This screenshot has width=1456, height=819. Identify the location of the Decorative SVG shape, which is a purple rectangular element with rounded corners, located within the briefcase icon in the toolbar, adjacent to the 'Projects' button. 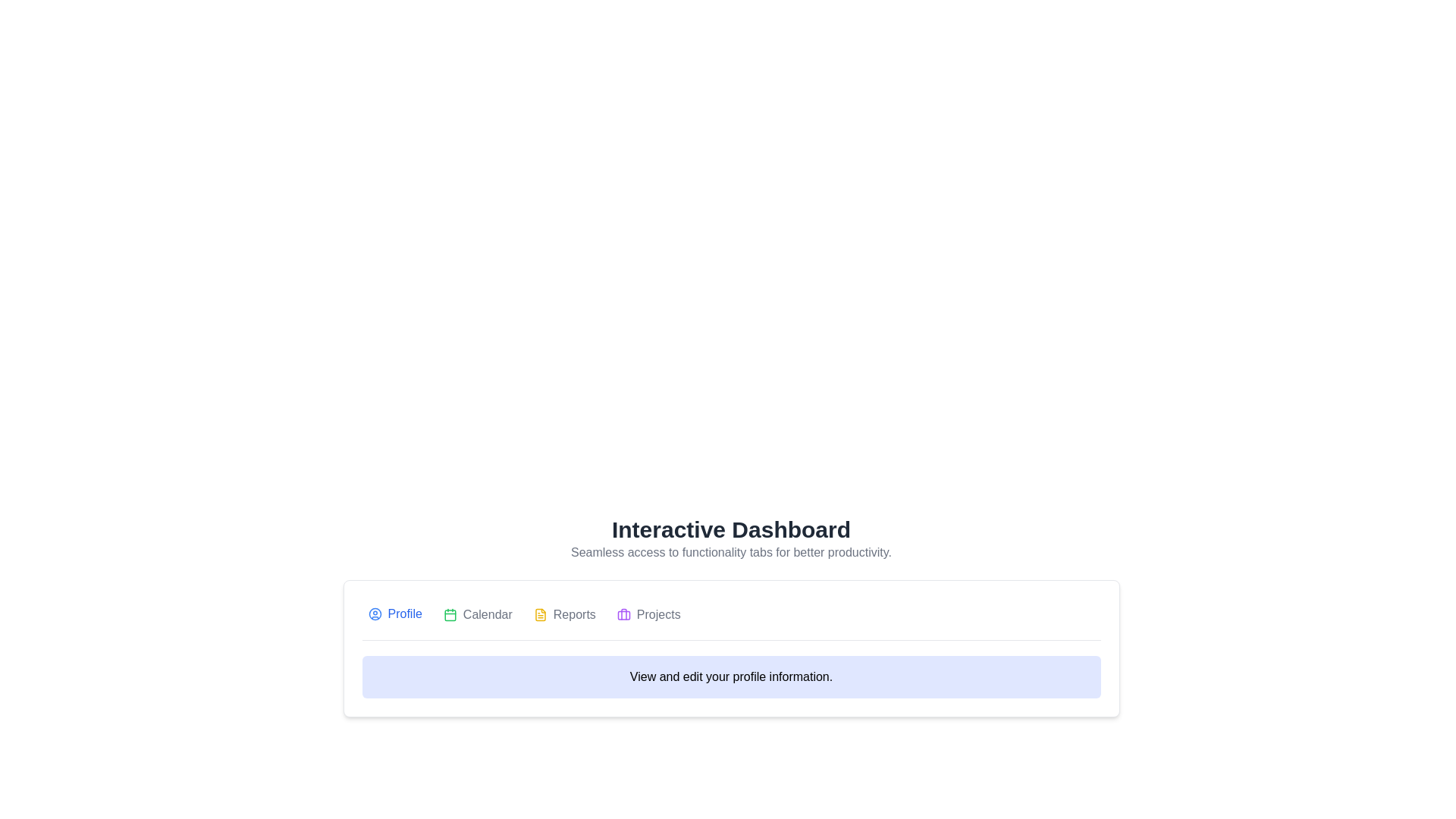
(623, 615).